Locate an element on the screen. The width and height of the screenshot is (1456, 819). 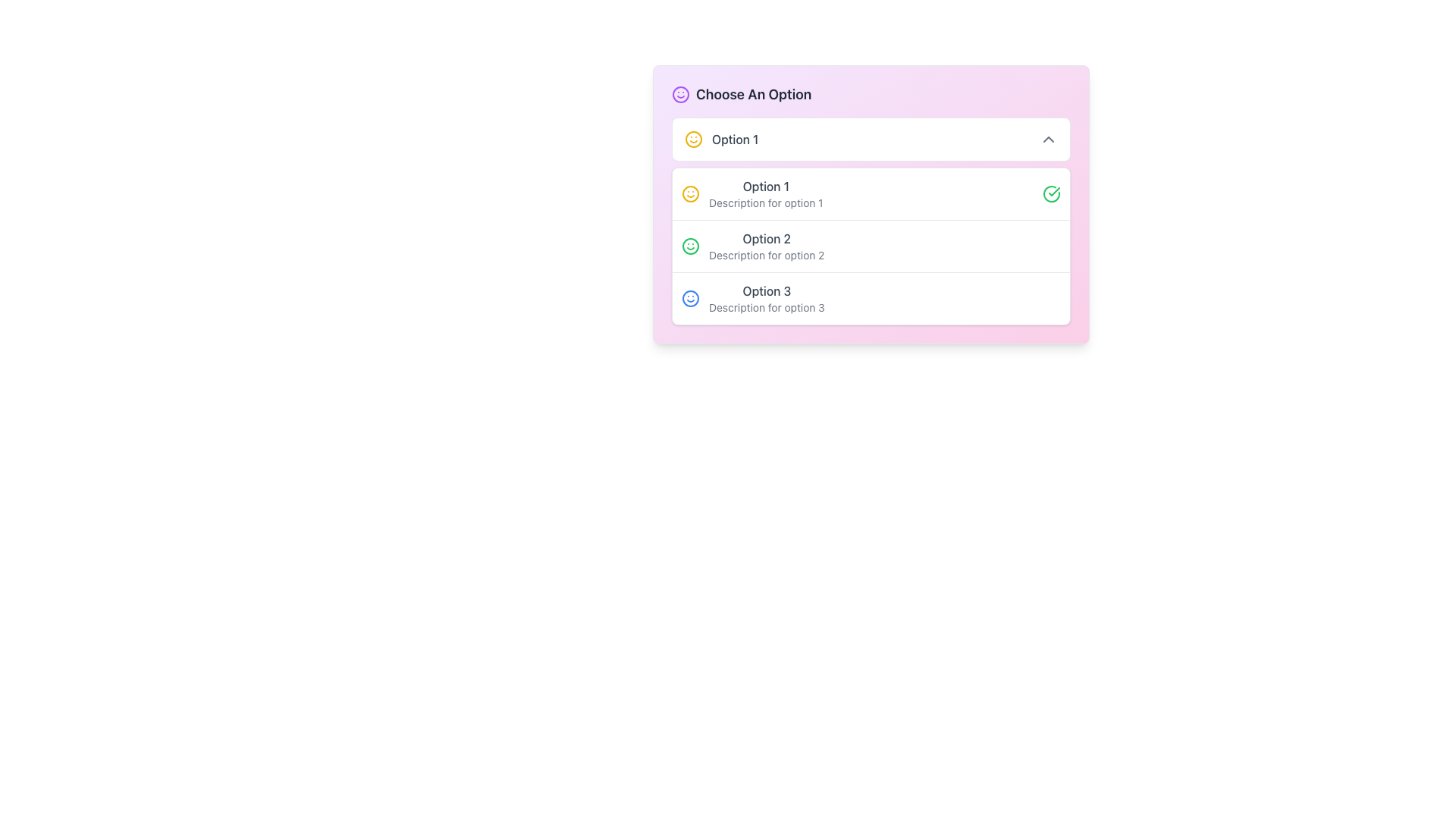
the third selectable option in the list, which is located below 'Option 2' and above any additional options is located at coordinates (767, 298).